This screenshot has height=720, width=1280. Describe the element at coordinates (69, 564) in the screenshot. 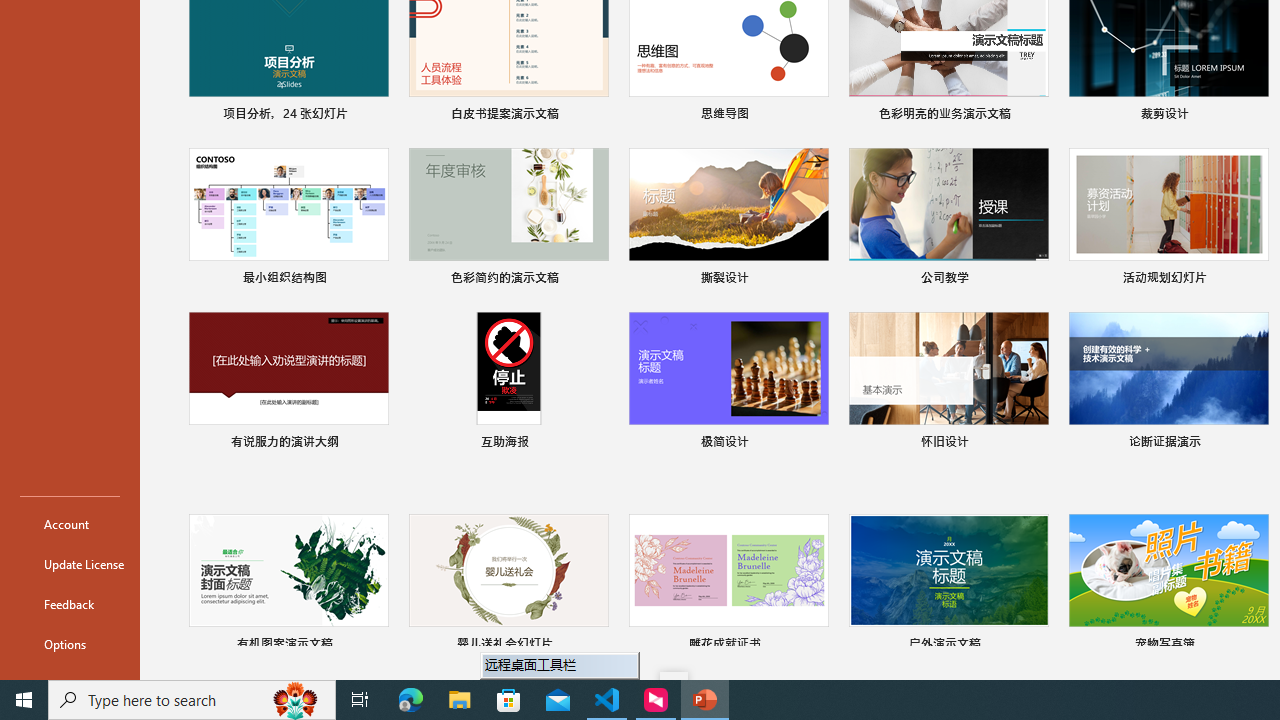

I see `'Update License'` at that location.